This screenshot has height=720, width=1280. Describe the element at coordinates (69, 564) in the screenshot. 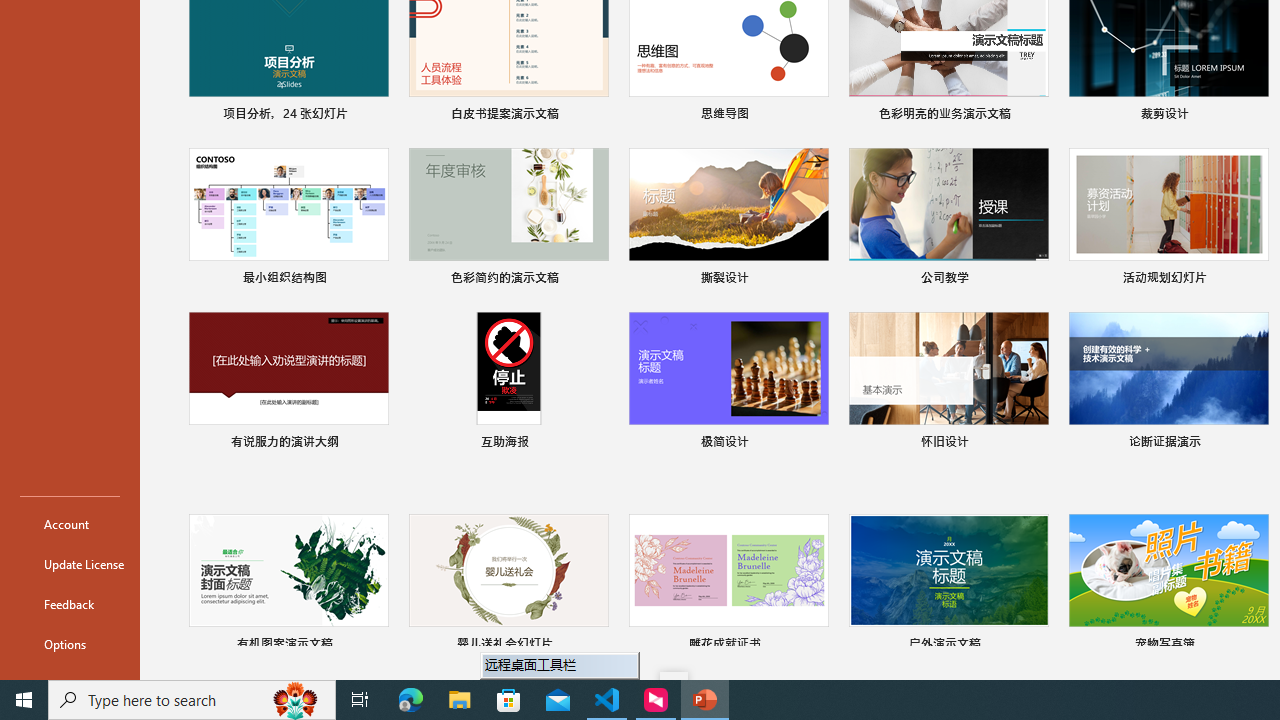

I see `'Update License'` at that location.